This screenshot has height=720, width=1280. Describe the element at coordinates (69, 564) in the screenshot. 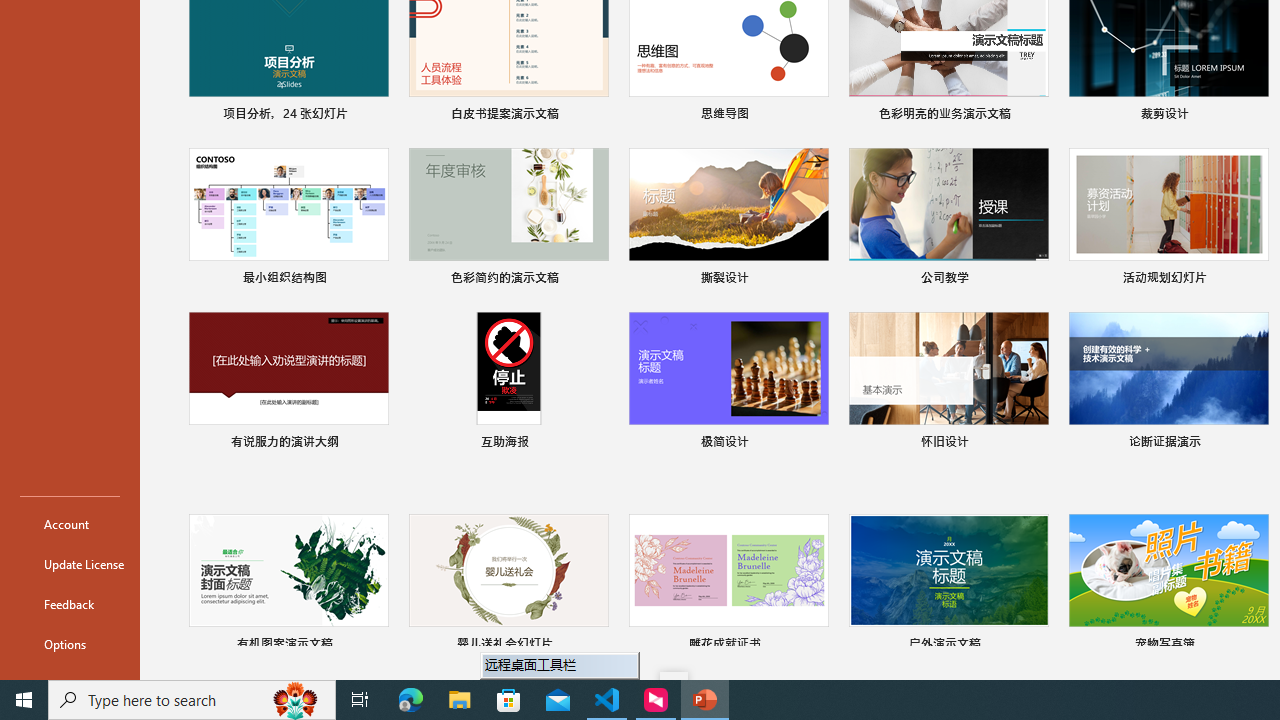

I see `'Update License'` at that location.